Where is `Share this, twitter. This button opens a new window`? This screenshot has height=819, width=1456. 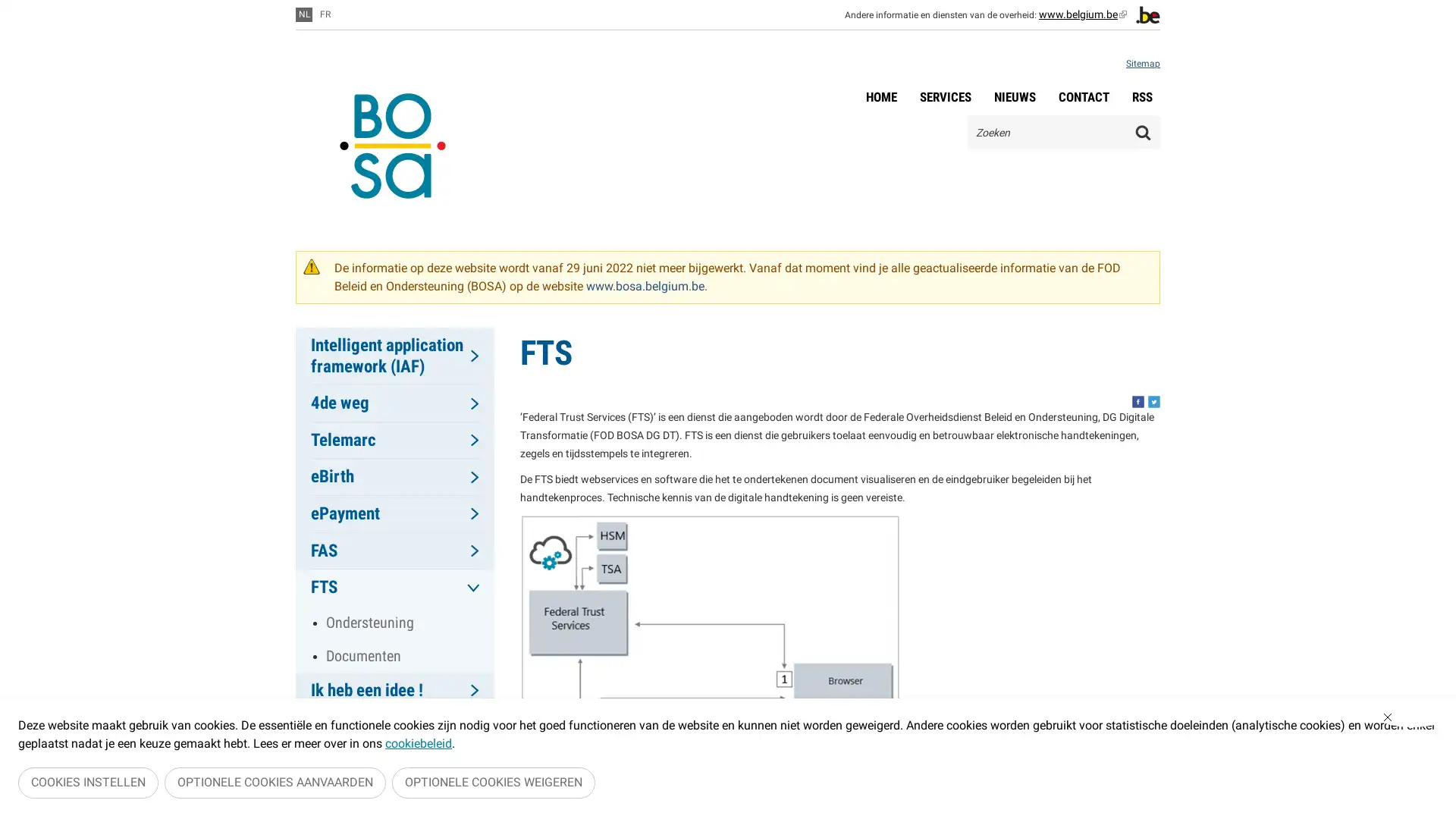 Share this, twitter. This button opens a new window is located at coordinates (1153, 400).